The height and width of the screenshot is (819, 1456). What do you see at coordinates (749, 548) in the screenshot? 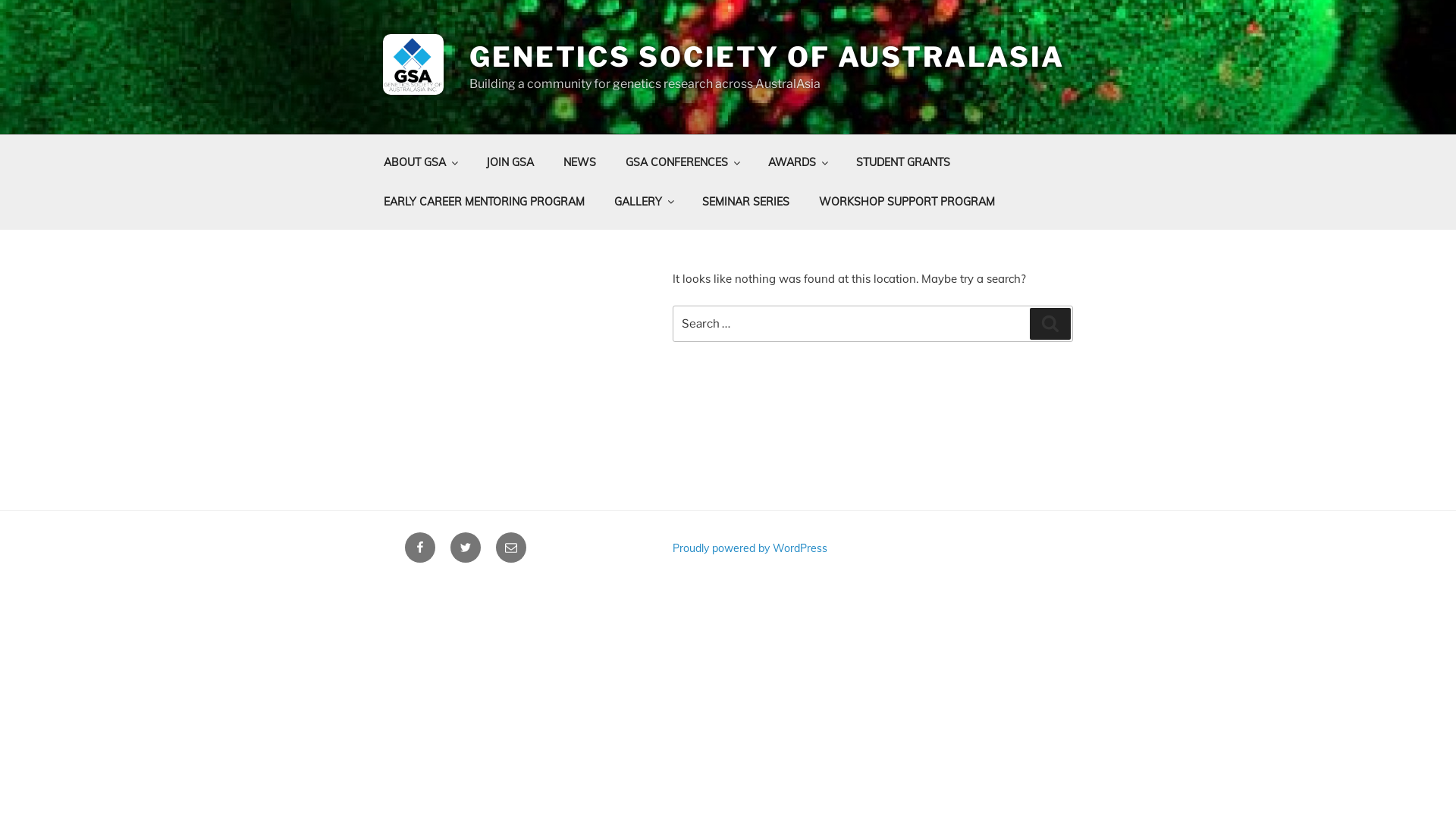
I see `'Proudly powered by WordPress'` at bounding box center [749, 548].